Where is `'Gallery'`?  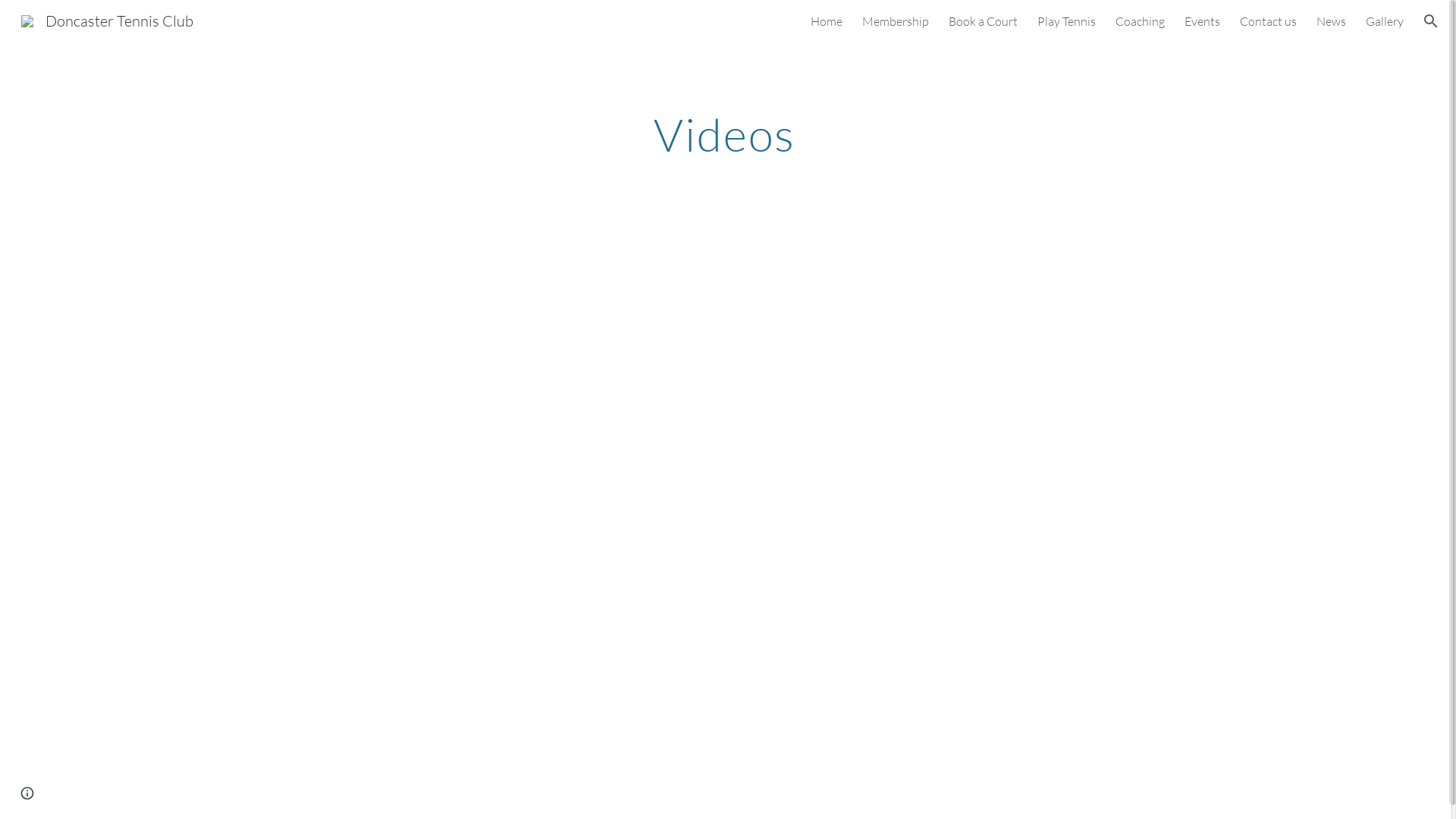 'Gallery' is located at coordinates (1384, 20).